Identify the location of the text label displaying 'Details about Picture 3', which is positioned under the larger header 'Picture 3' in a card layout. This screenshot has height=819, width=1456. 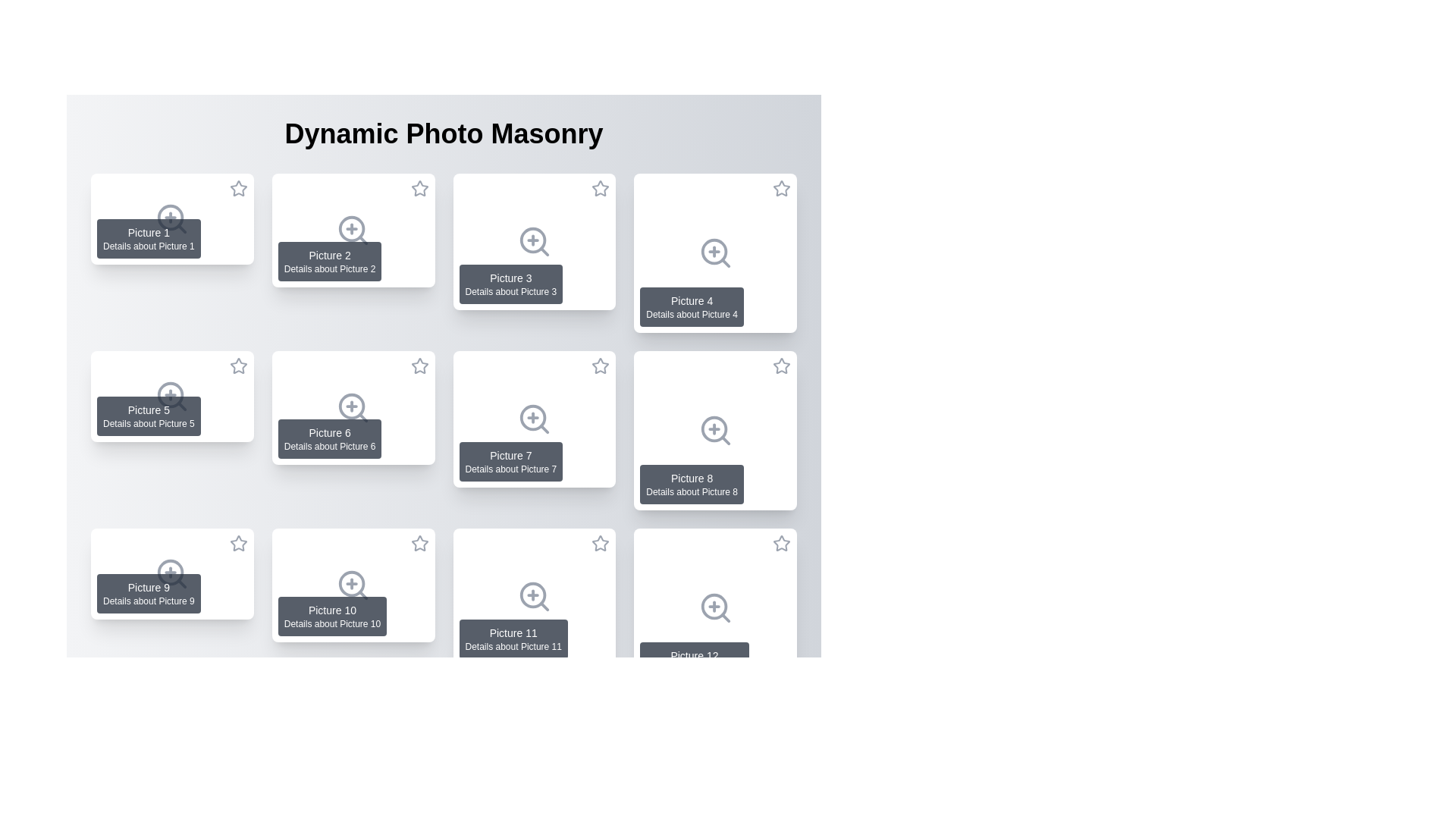
(510, 292).